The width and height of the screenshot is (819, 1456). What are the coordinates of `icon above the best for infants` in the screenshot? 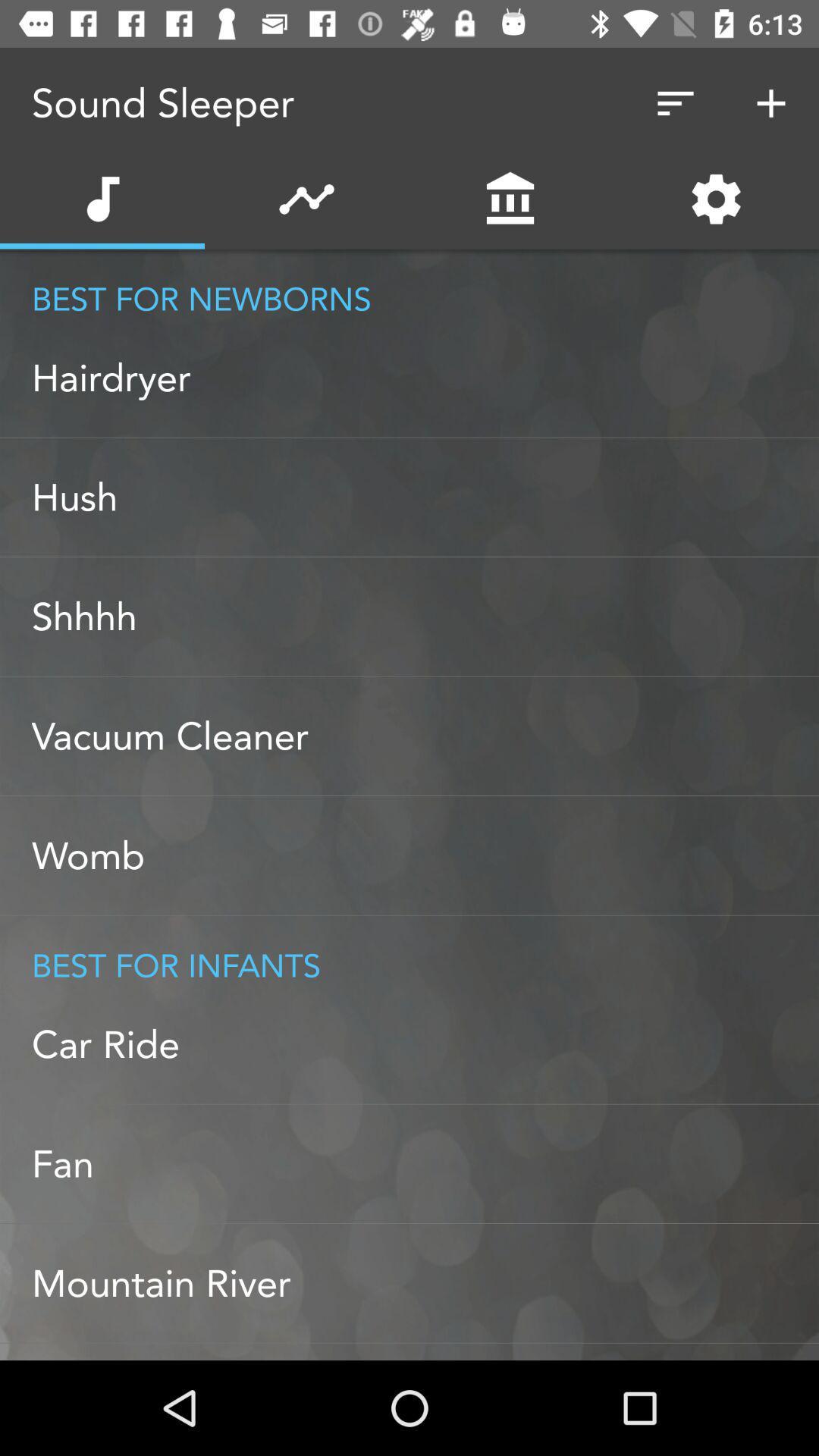 It's located at (425, 855).